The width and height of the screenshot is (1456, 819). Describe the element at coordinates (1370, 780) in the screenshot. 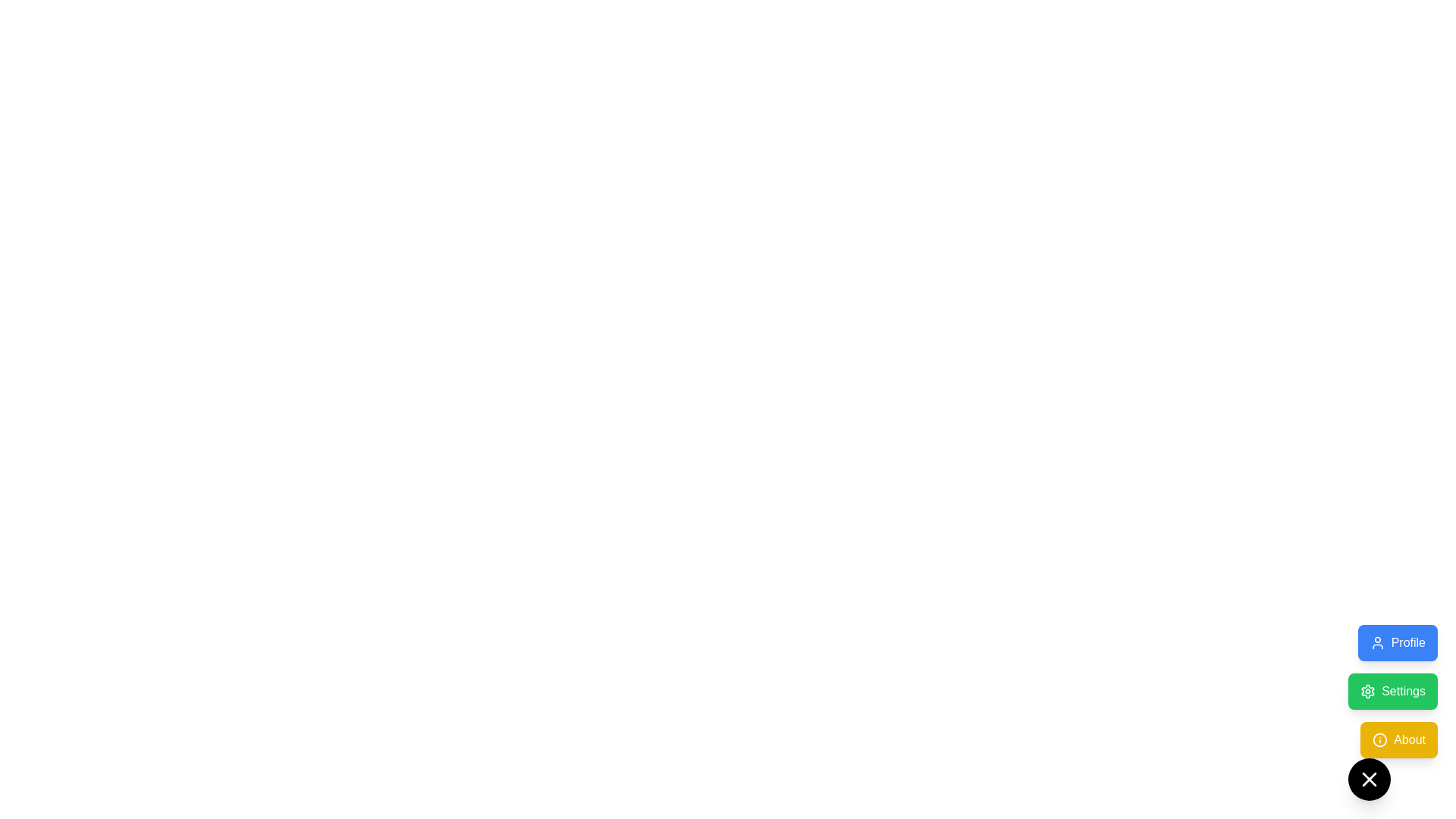

I see `the white 'X' icon button with a black circular background located at the bottom-right corner of the button stack` at that location.